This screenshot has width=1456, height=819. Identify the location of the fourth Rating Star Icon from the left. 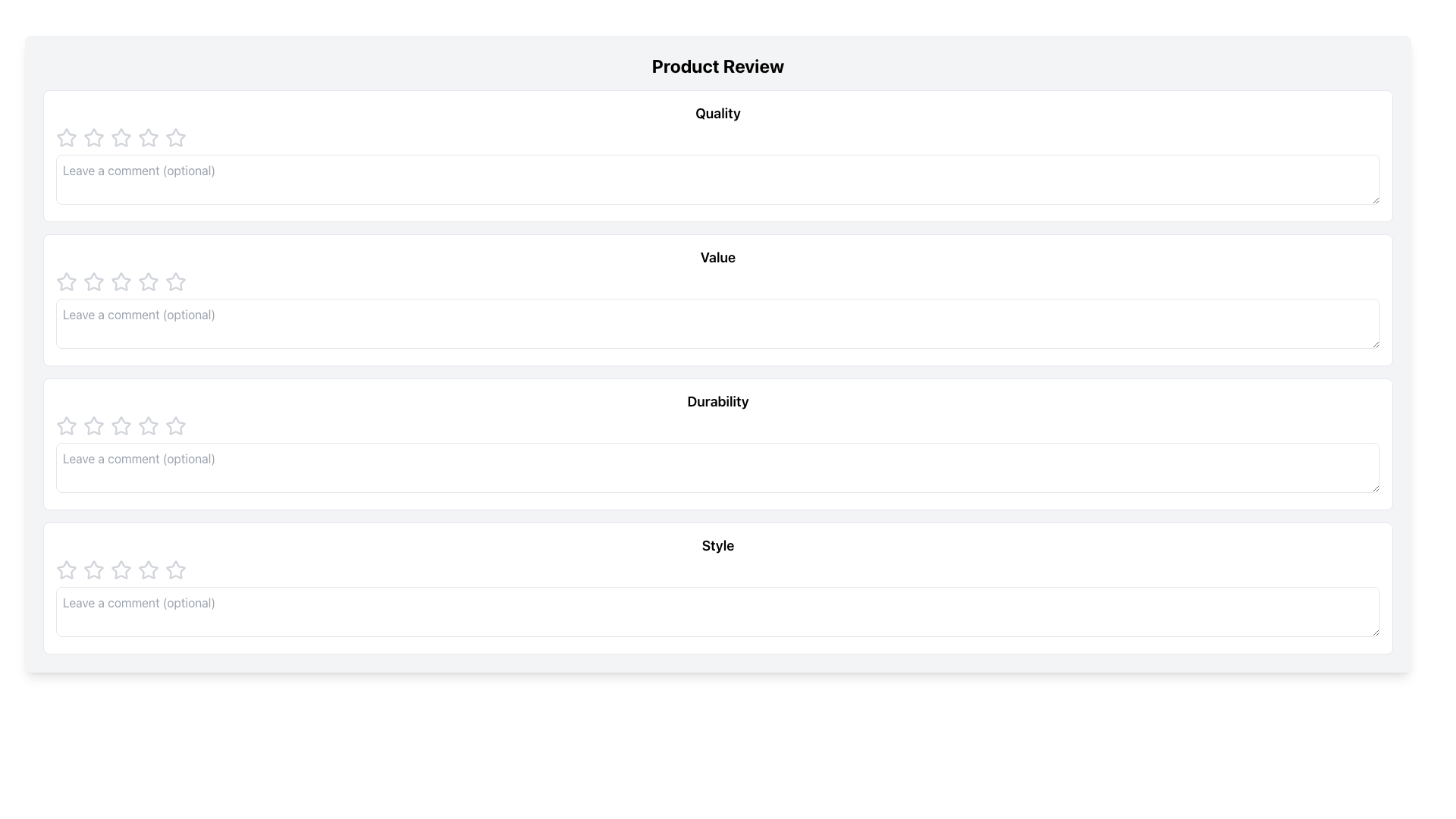
(120, 281).